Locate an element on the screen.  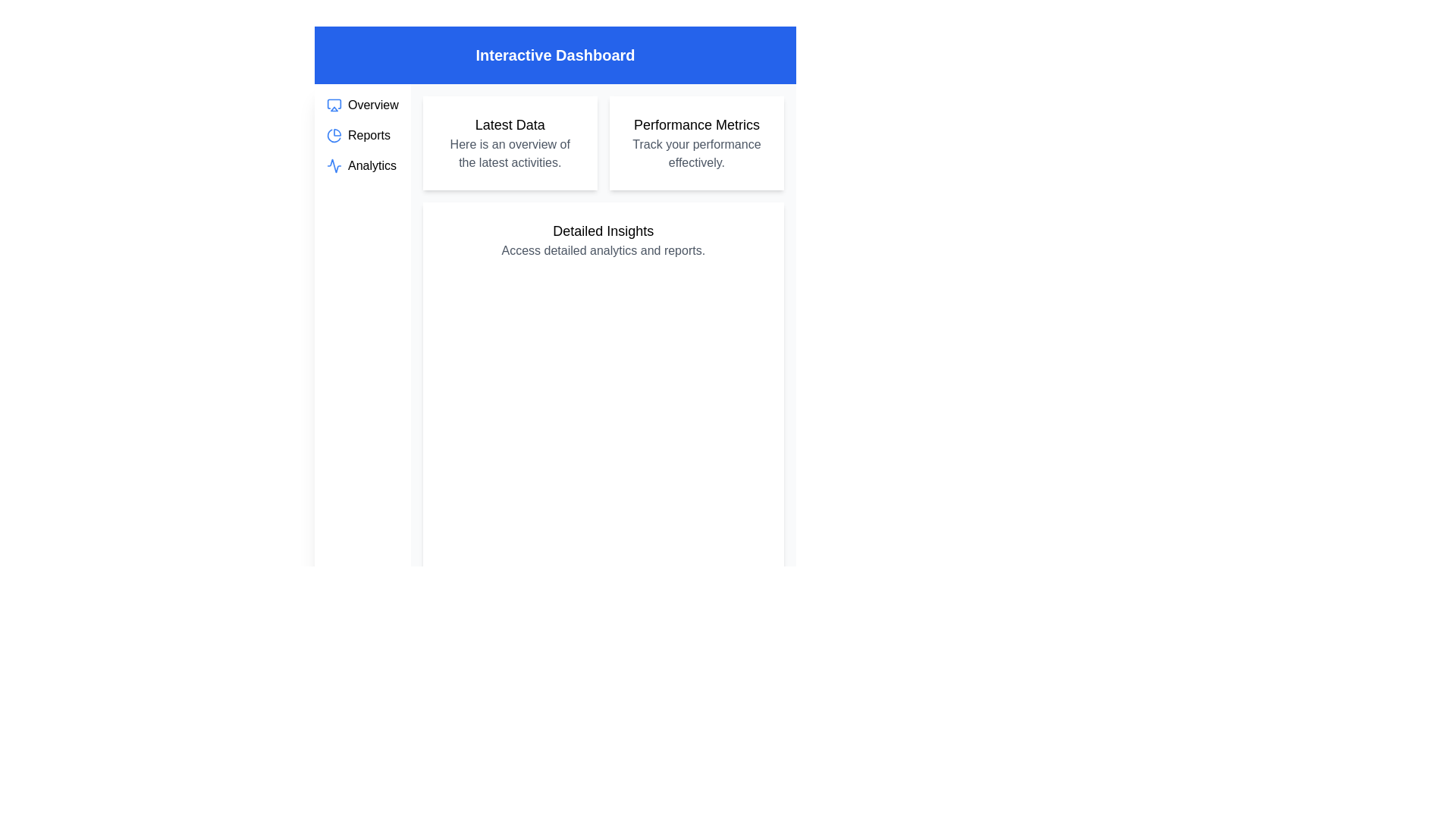
the blue pie chart icon located in the sidebar next to the 'Reports' label is located at coordinates (334, 134).